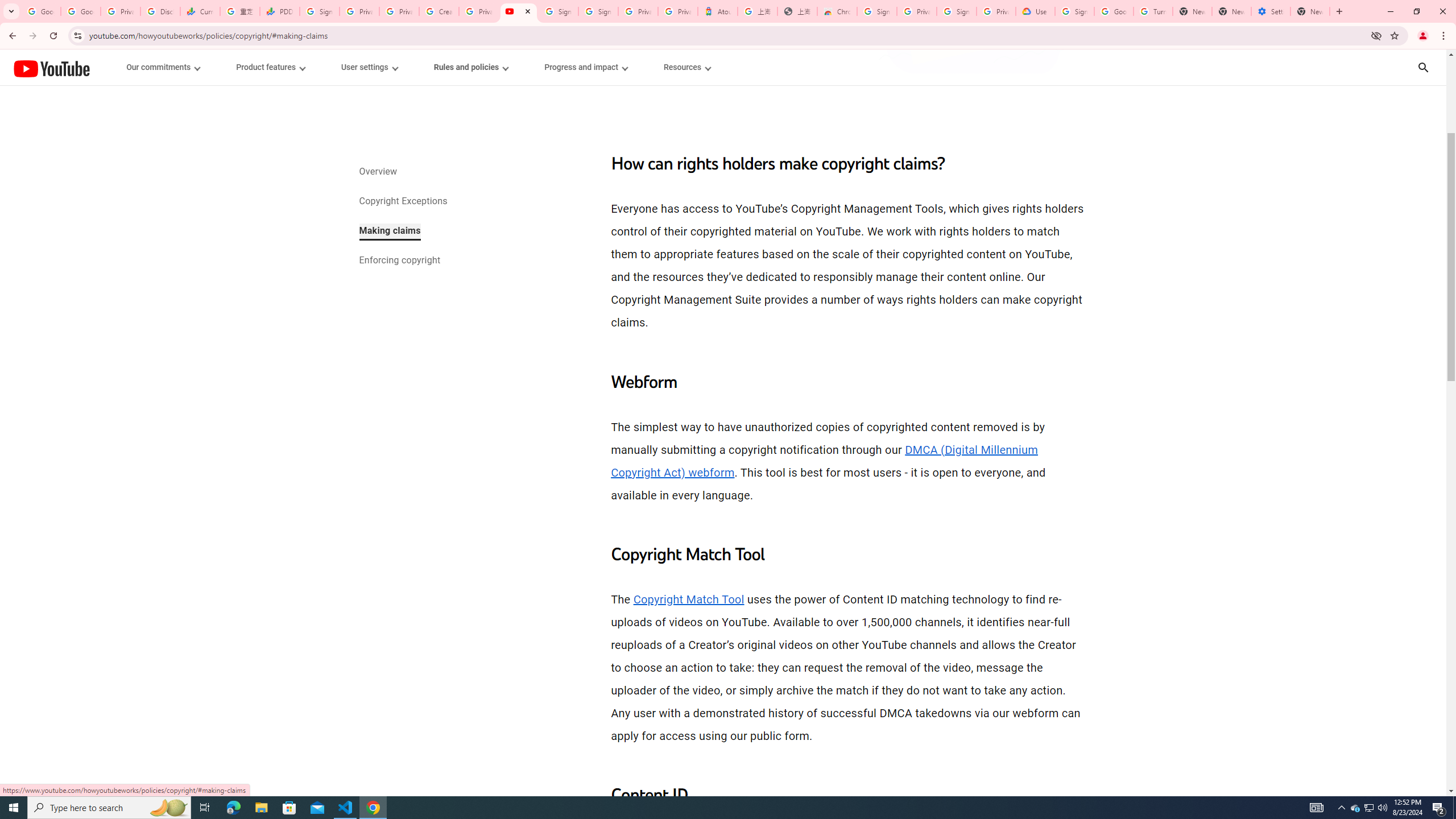 The height and width of the screenshot is (819, 1456). Describe the element at coordinates (438, 11) in the screenshot. I see `'Create your Google Account'` at that location.